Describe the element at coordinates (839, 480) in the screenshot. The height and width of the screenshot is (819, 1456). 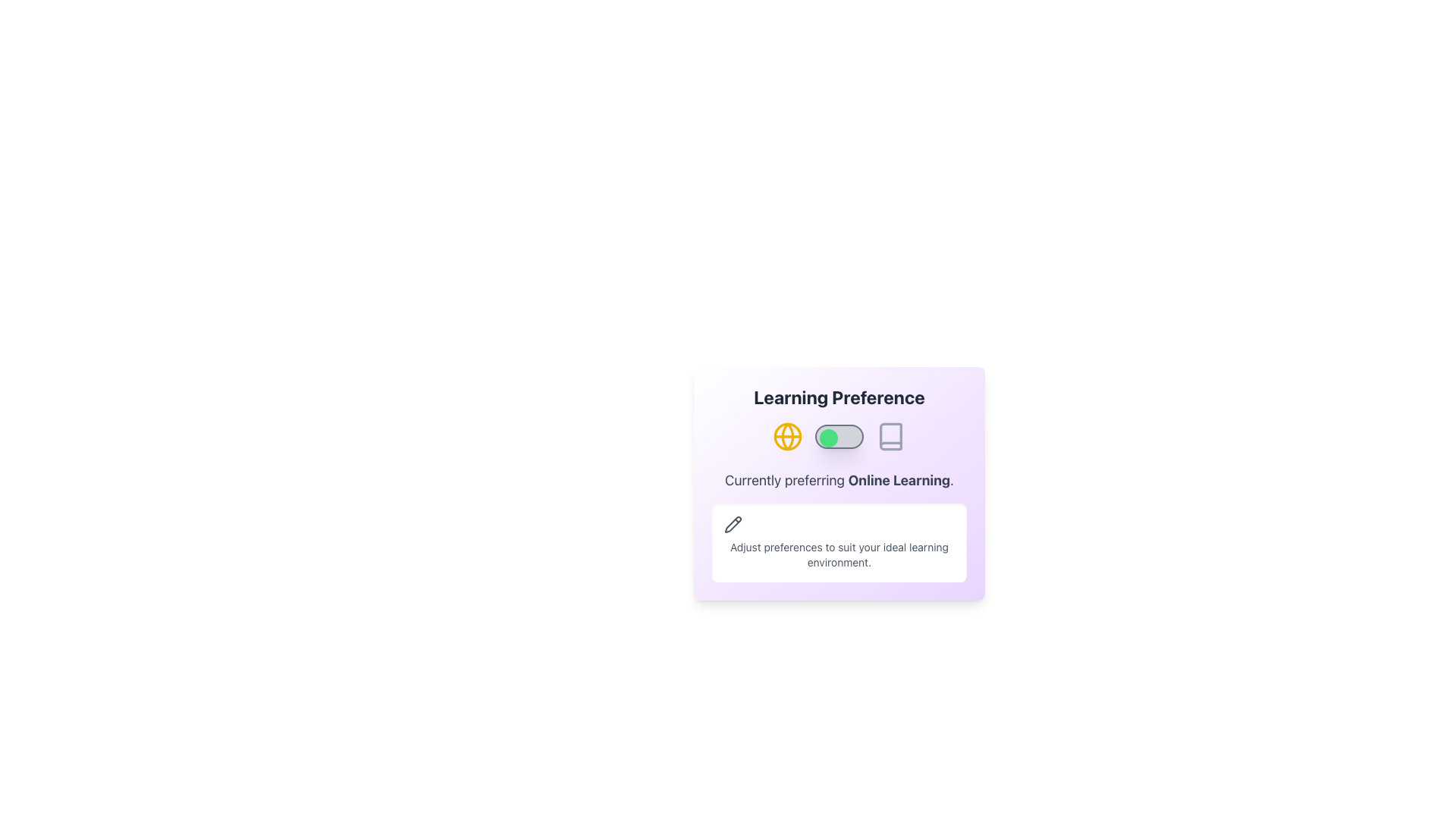
I see `the centered text block displaying 'Currently preferring Online Learning.' in a medium-sized grey font, part of the 'Learning Preference' card` at that location.